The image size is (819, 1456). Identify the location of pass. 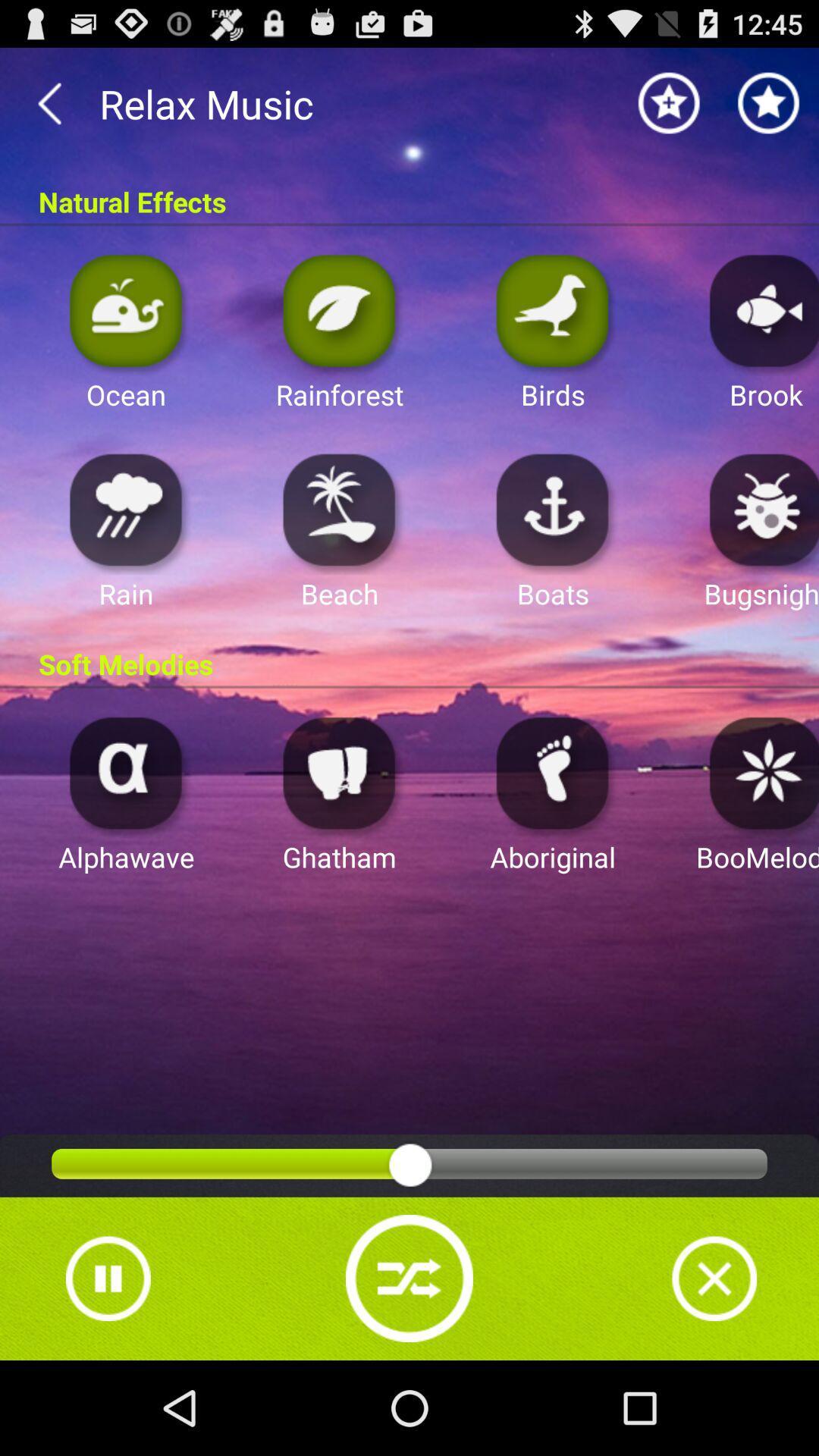
(107, 1278).